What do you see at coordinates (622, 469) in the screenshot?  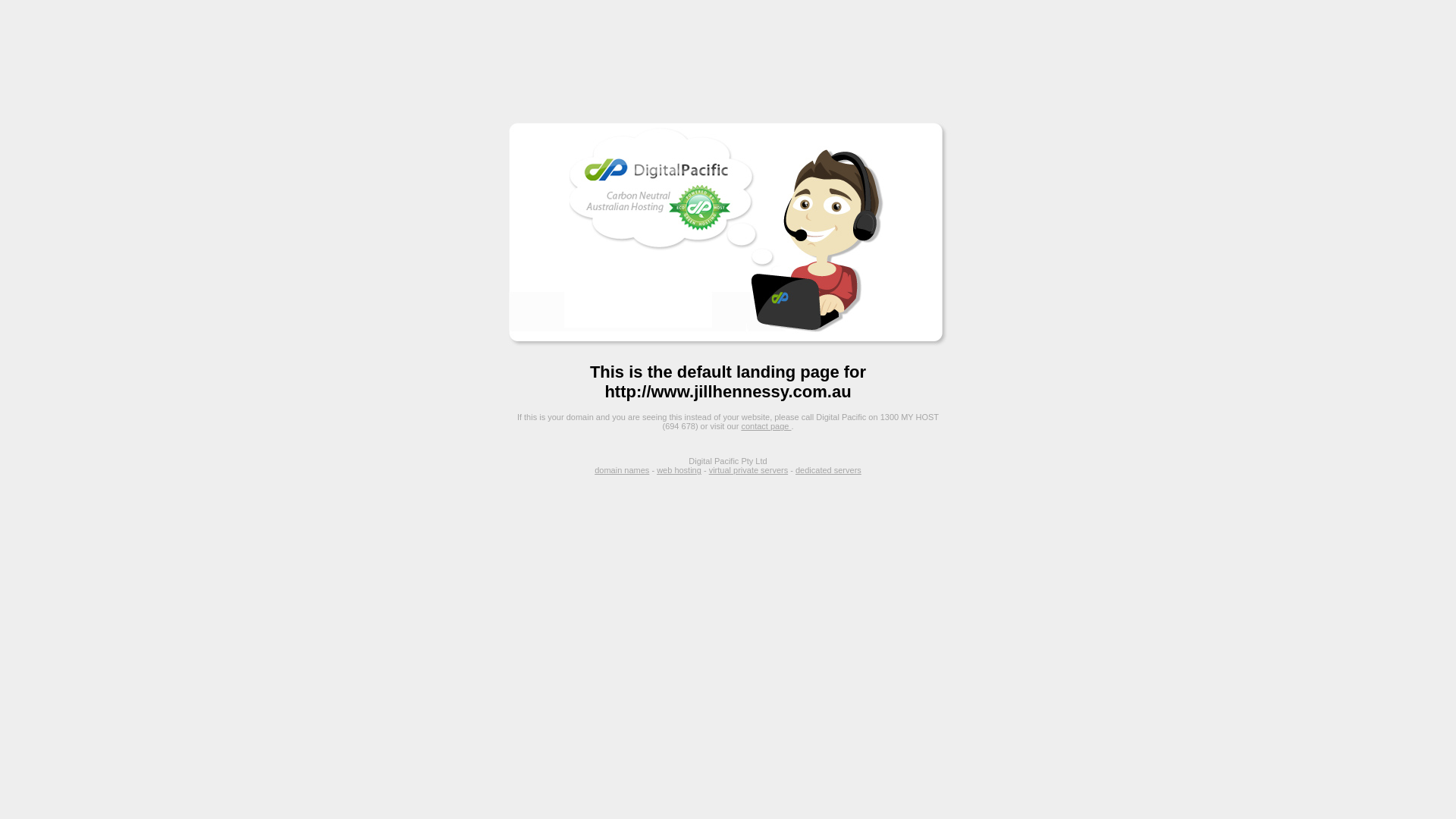 I see `'domain names'` at bounding box center [622, 469].